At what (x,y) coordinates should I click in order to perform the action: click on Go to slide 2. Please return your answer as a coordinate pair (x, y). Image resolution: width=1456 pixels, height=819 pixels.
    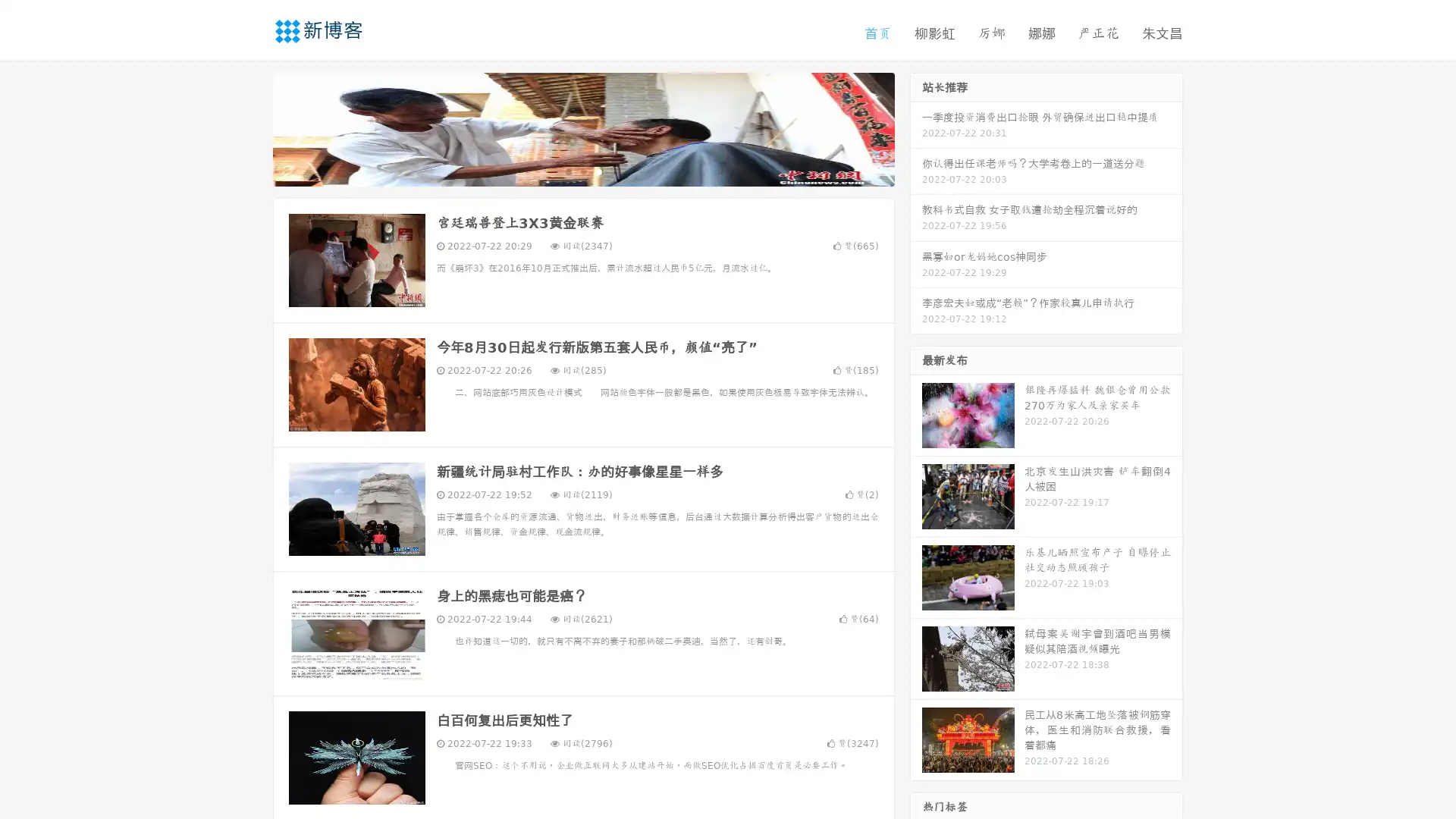
    Looking at the image, I should click on (582, 171).